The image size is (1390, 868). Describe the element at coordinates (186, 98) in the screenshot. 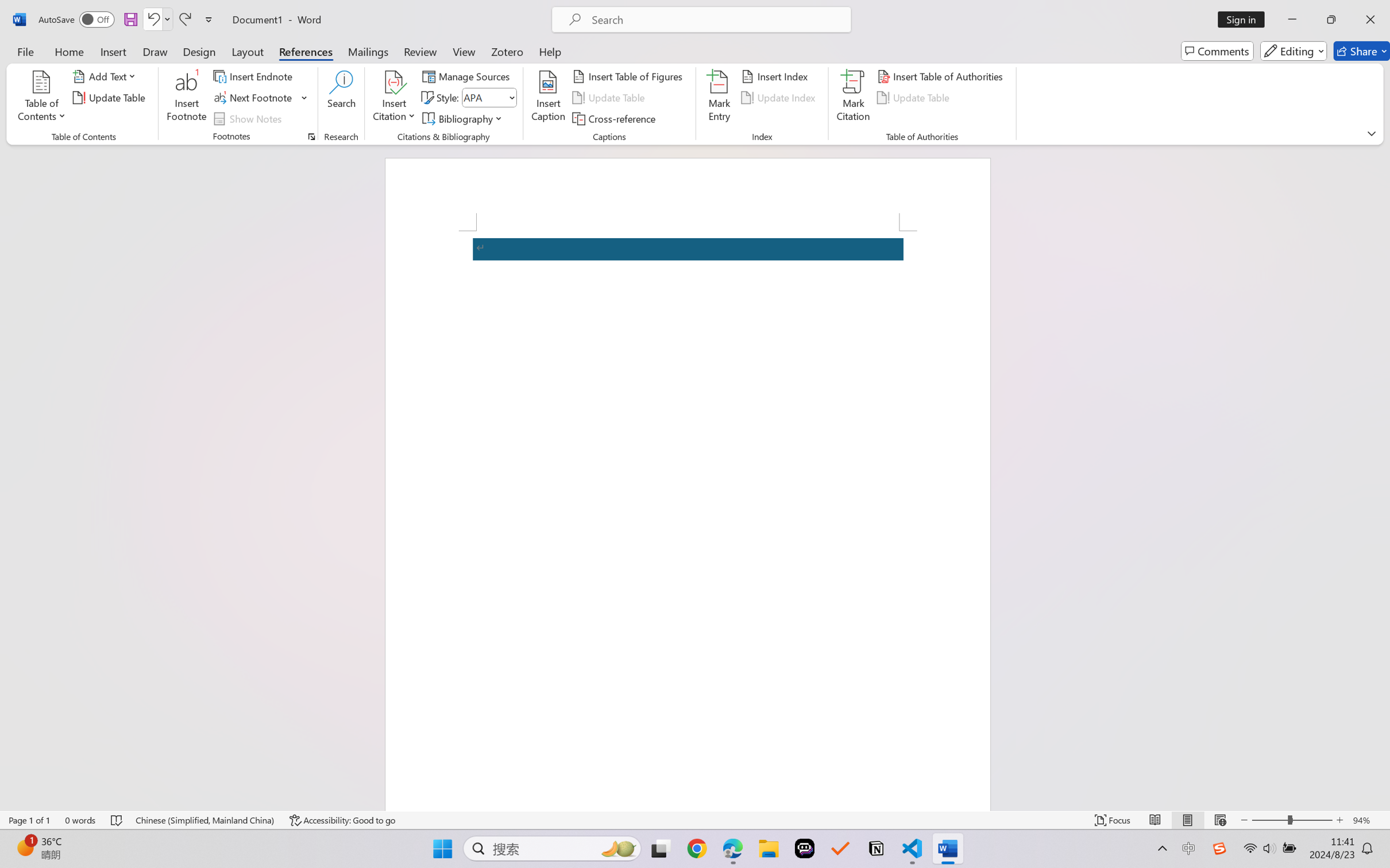

I see `'Insert Footnote'` at that location.